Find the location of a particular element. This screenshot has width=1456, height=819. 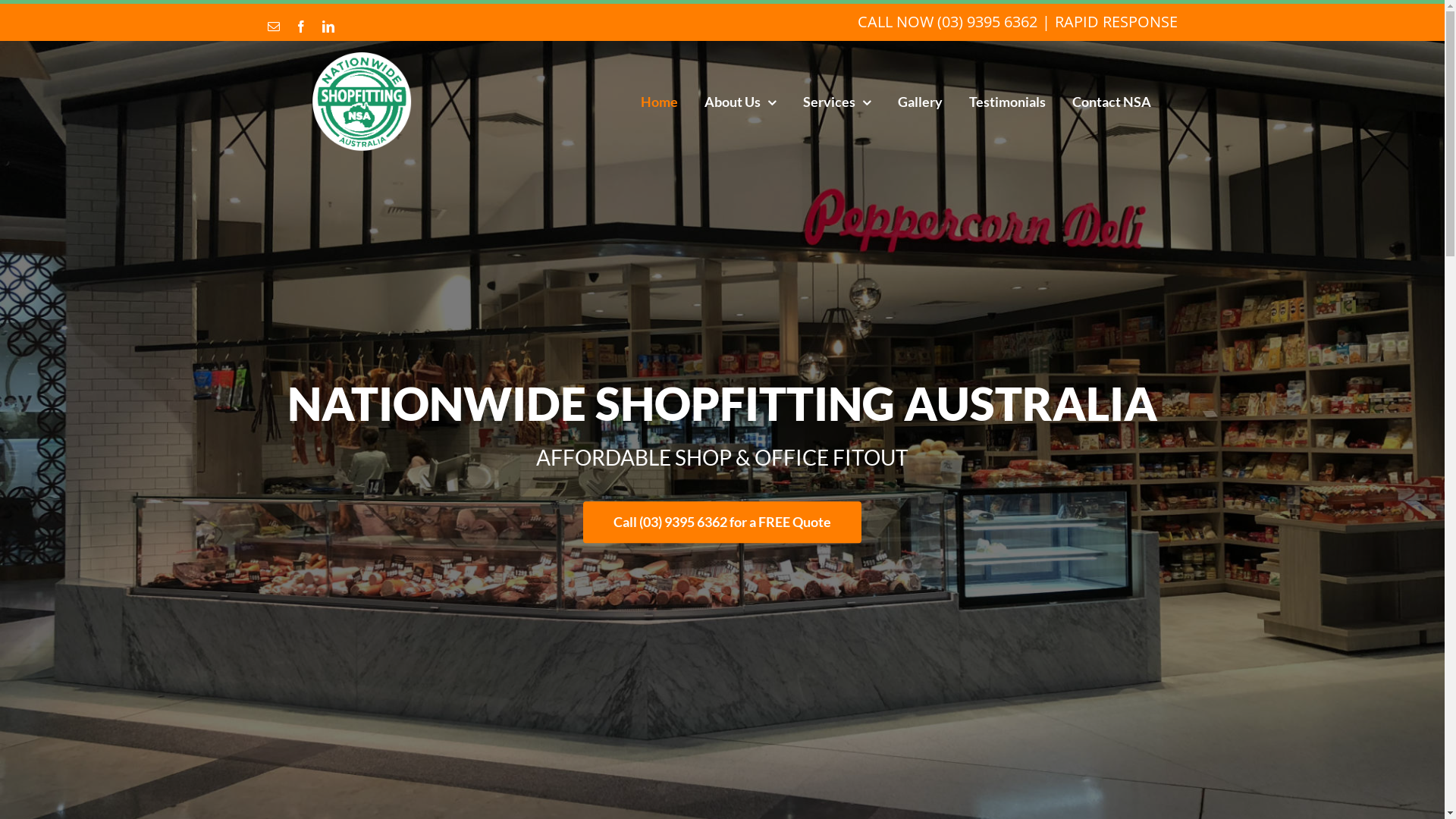

'(03) 9395 6362' is located at coordinates (987, 21).